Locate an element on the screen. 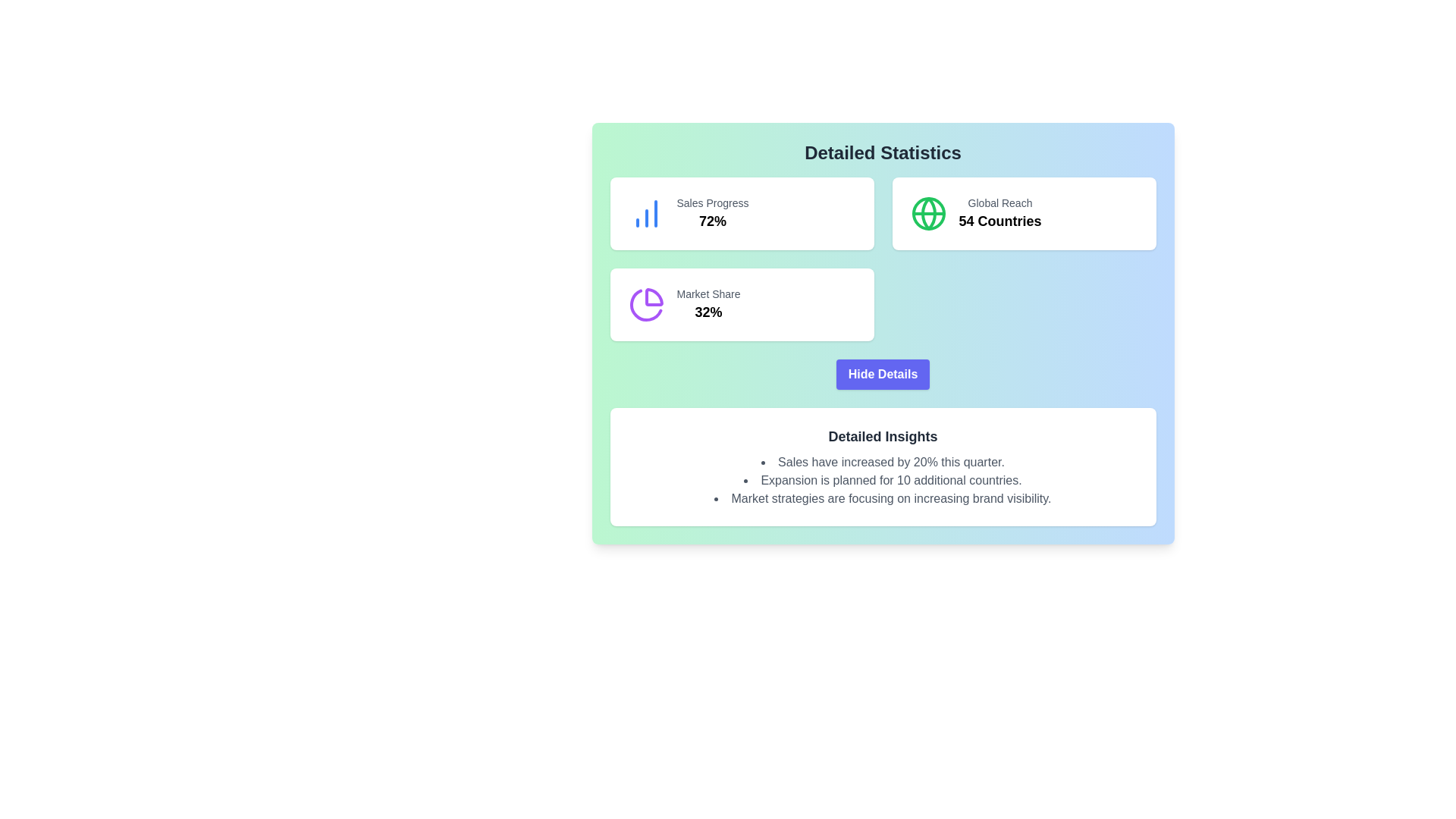 The height and width of the screenshot is (819, 1456). the green circular SVG element that is the innermost circle within the globe icon in the 'Detailed Statistics' panel, next to the text 'Global Reach - 54 Countries' is located at coordinates (927, 213).